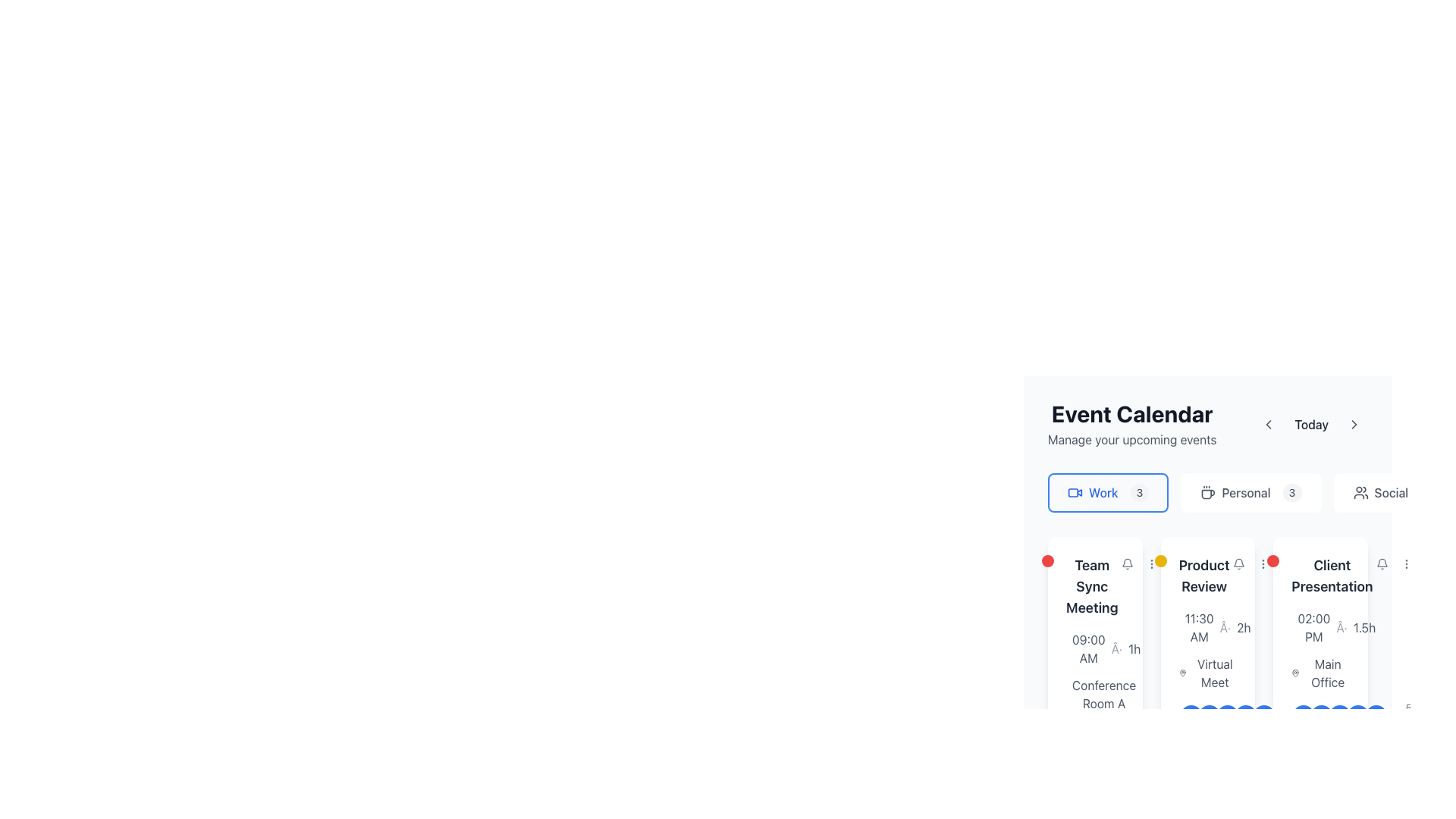  I want to click on the Indicator Icon located in the top-left region of the 'Product Review' card, which visually indicates a status or notable feature, so click(1159, 561).